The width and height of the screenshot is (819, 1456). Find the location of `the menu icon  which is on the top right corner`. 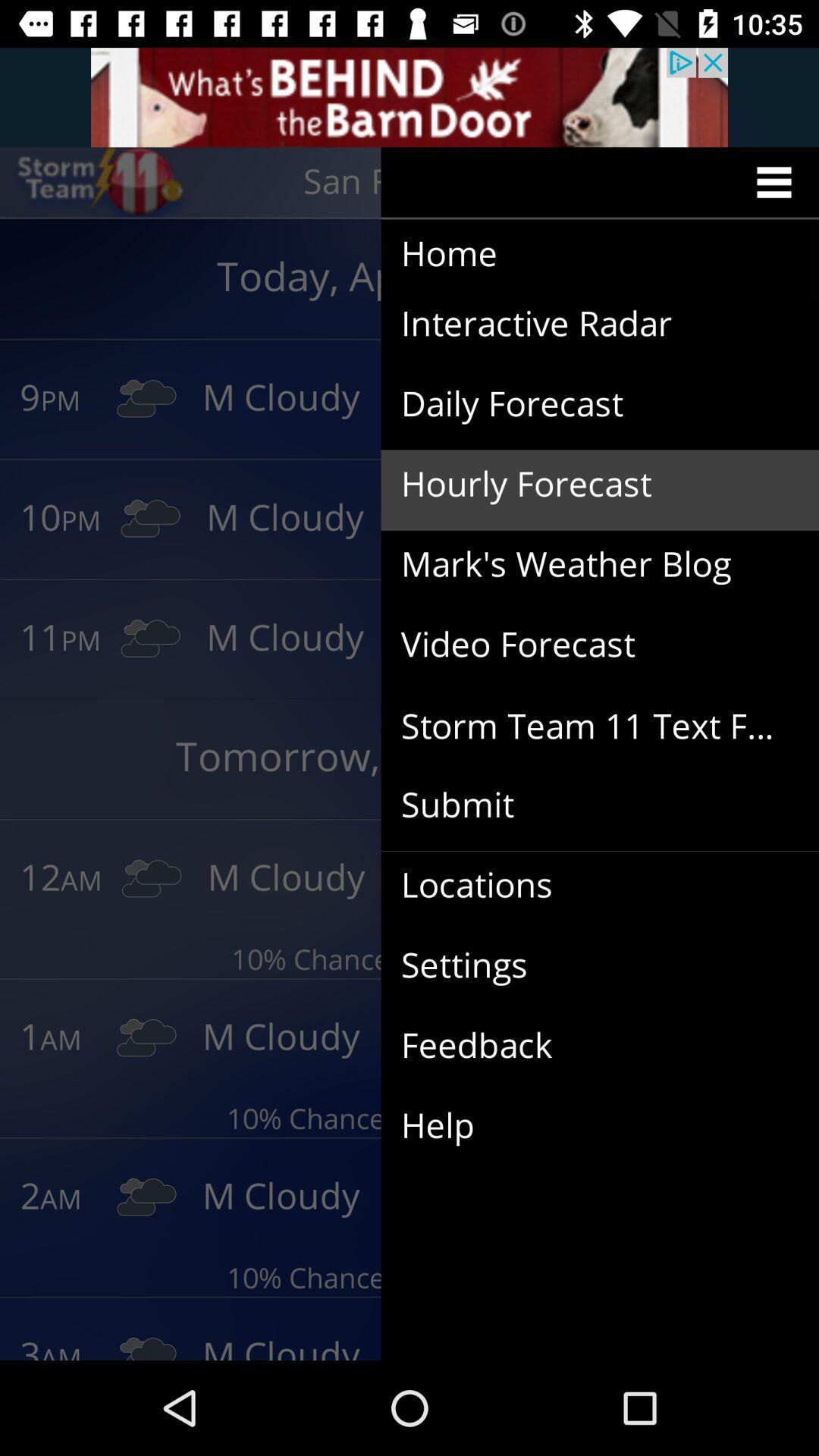

the menu icon  which is on the top right corner is located at coordinates (778, 182).